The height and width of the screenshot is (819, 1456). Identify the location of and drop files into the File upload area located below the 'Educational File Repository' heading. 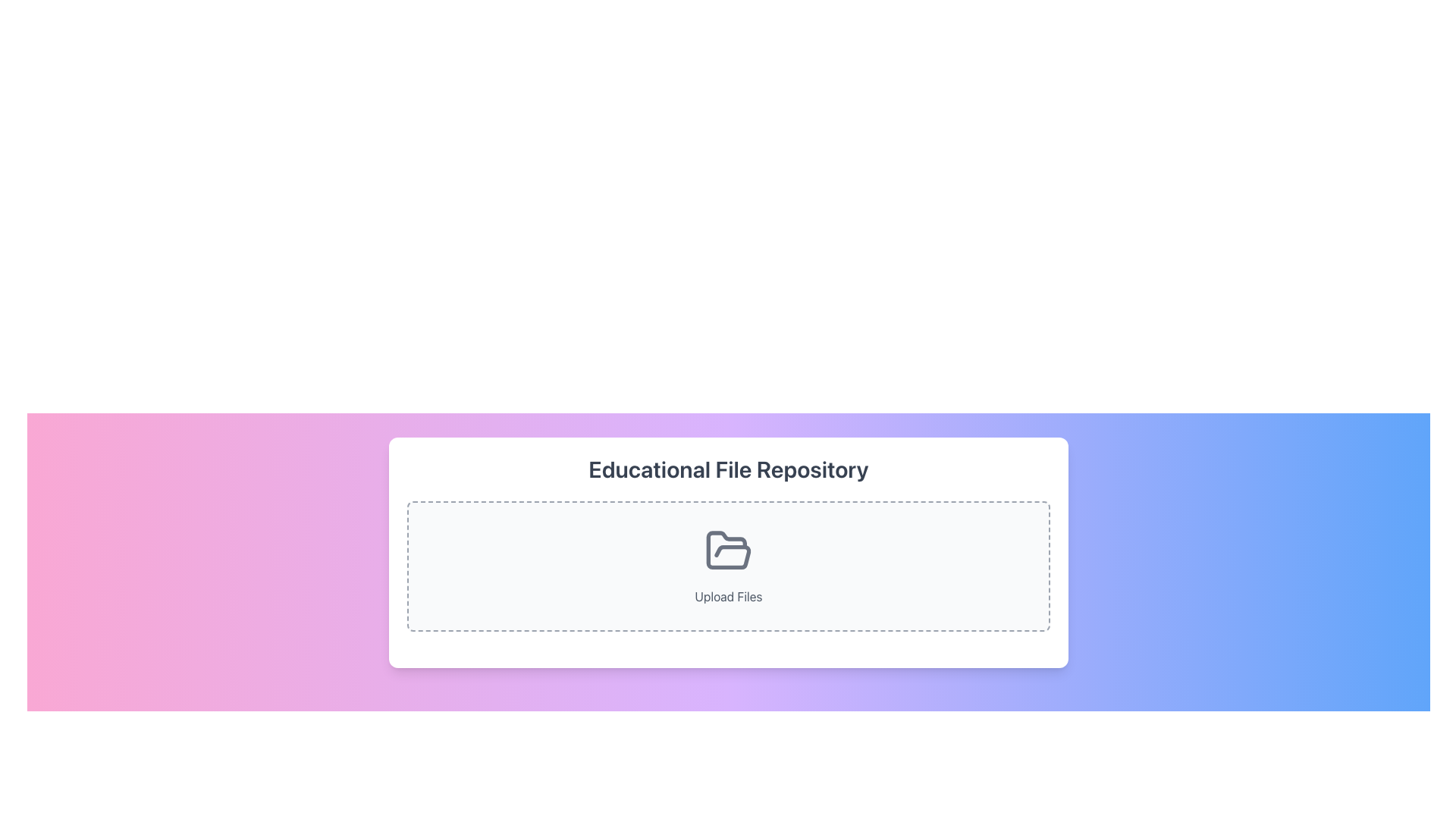
(728, 566).